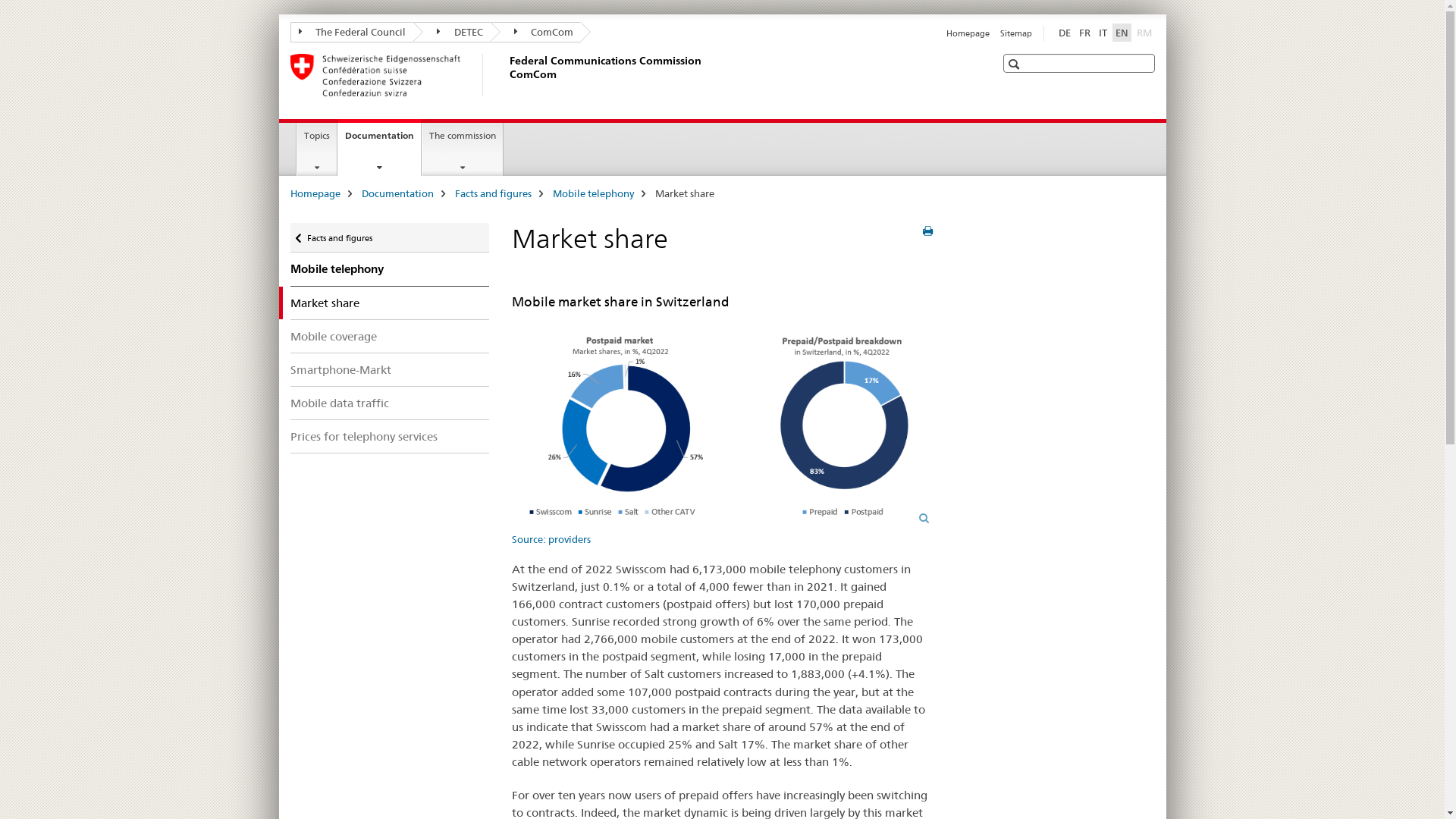 This screenshot has height=819, width=1456. Describe the element at coordinates (389, 268) in the screenshot. I see `'Mobile telephony'` at that location.